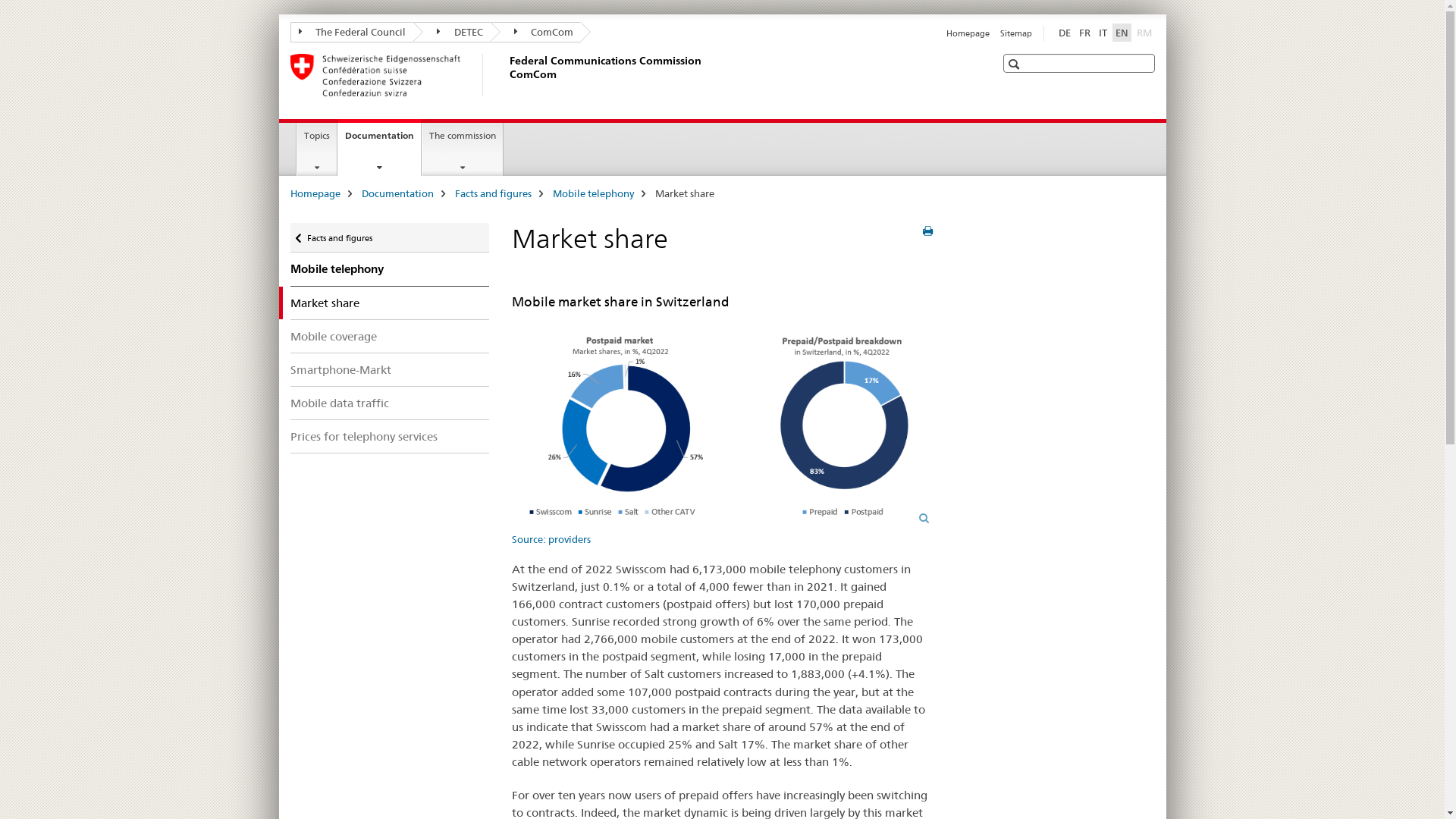 This screenshot has height=819, width=1456. Describe the element at coordinates (389, 268) in the screenshot. I see `'Mobile telephony'` at that location.